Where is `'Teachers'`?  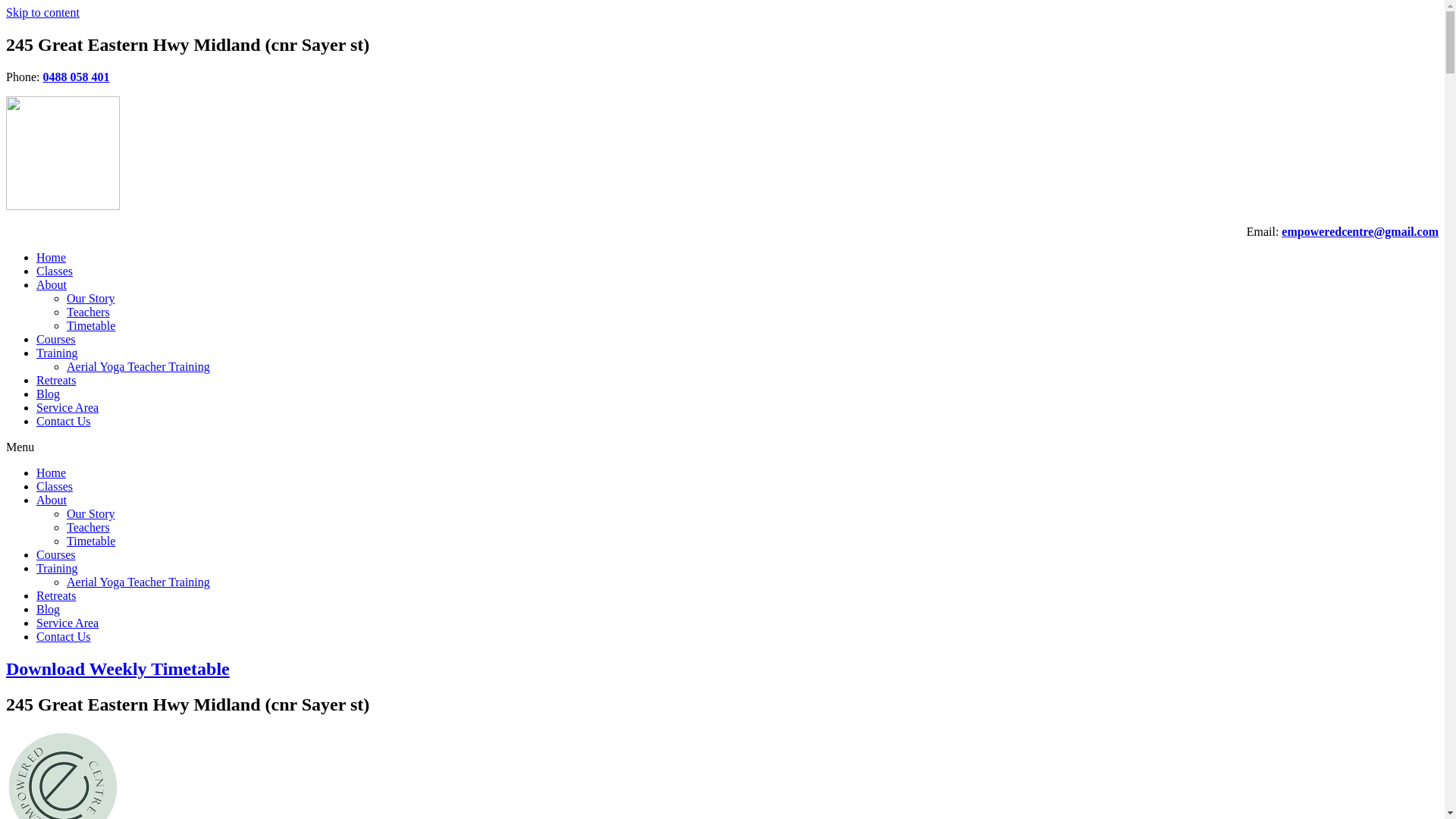
'Teachers' is located at coordinates (87, 311).